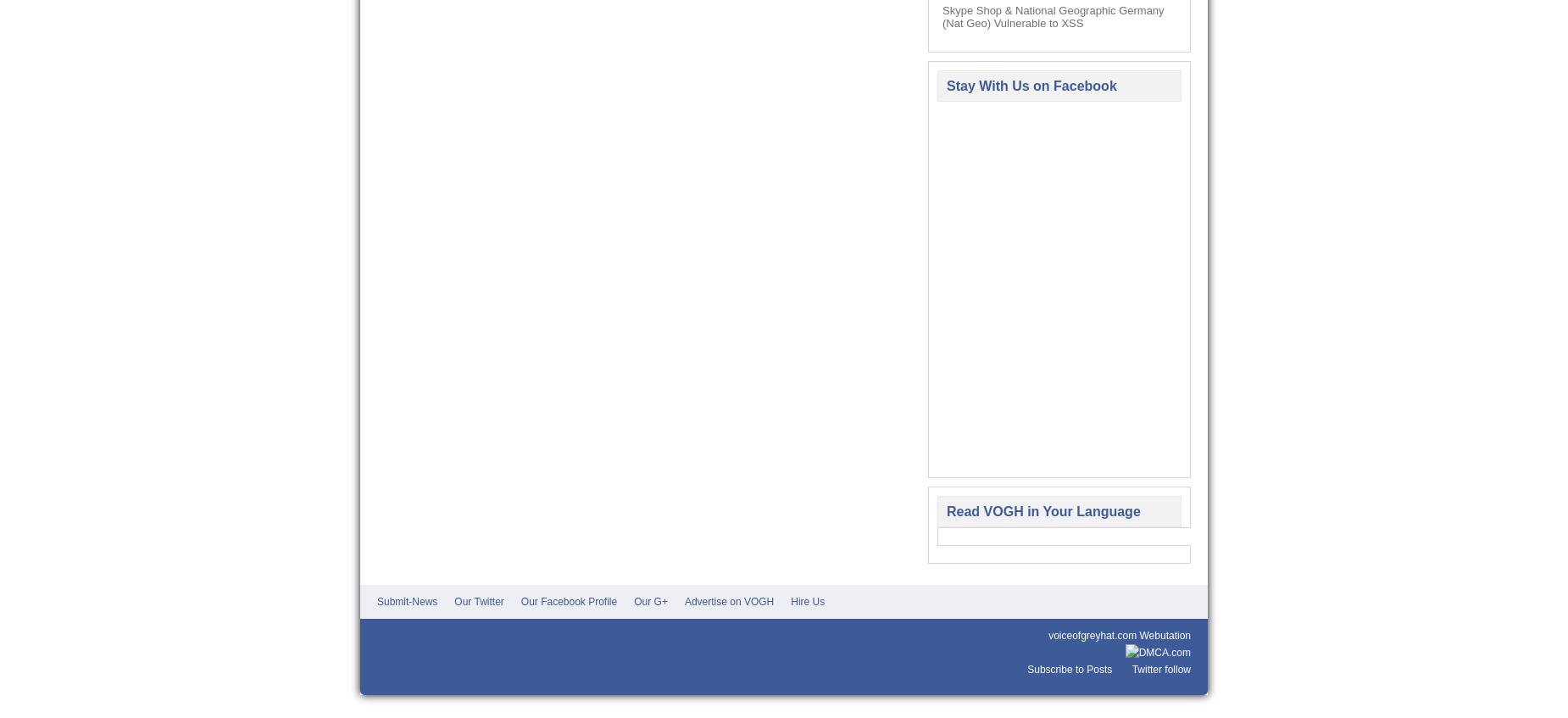  What do you see at coordinates (1119, 635) in the screenshot?
I see `'voiceofgreyhat.com Webutation'` at bounding box center [1119, 635].